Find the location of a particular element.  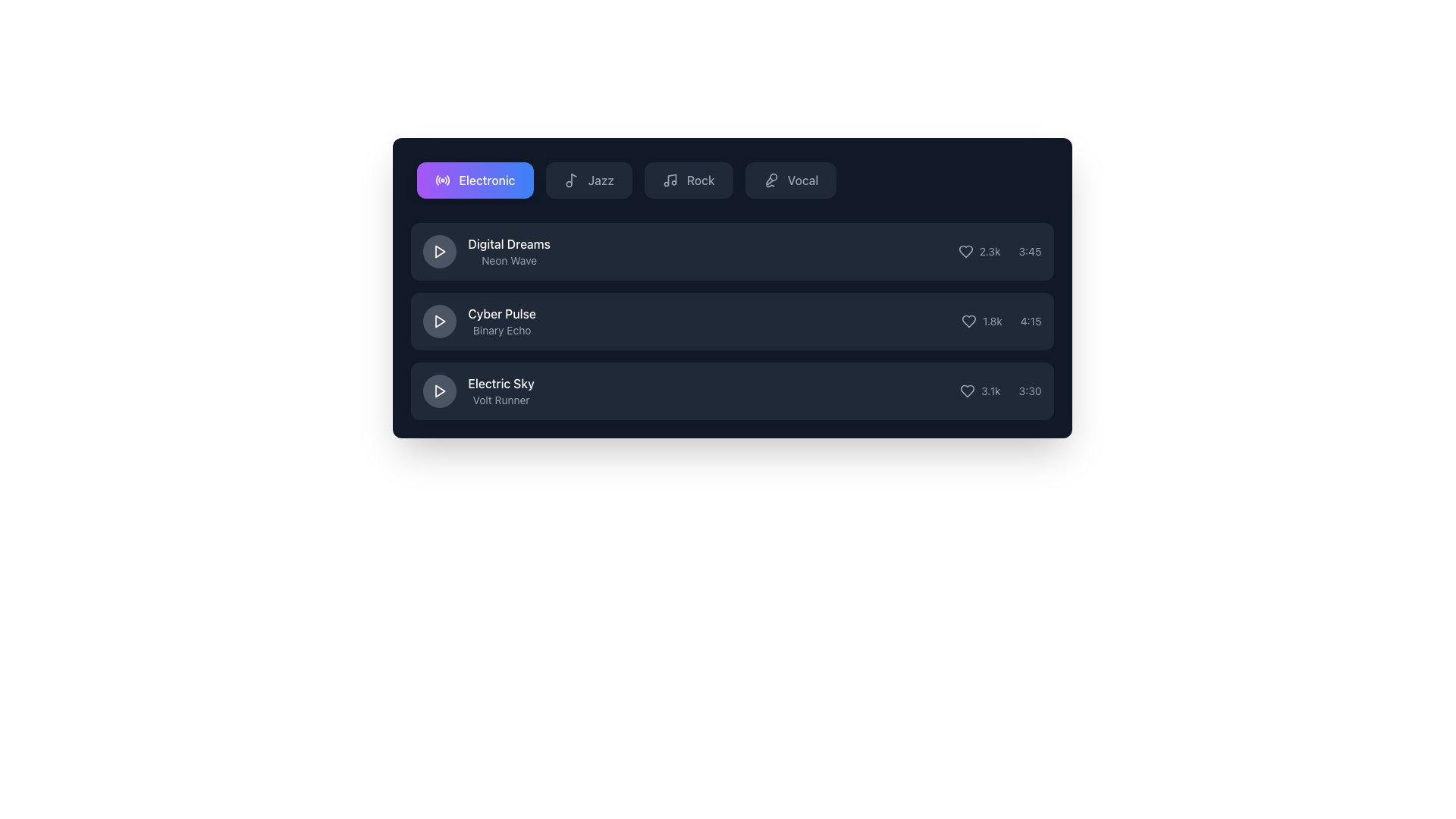

the minimalist gray musical note icon located to the left of the 'Rock' category button is located at coordinates (669, 180).